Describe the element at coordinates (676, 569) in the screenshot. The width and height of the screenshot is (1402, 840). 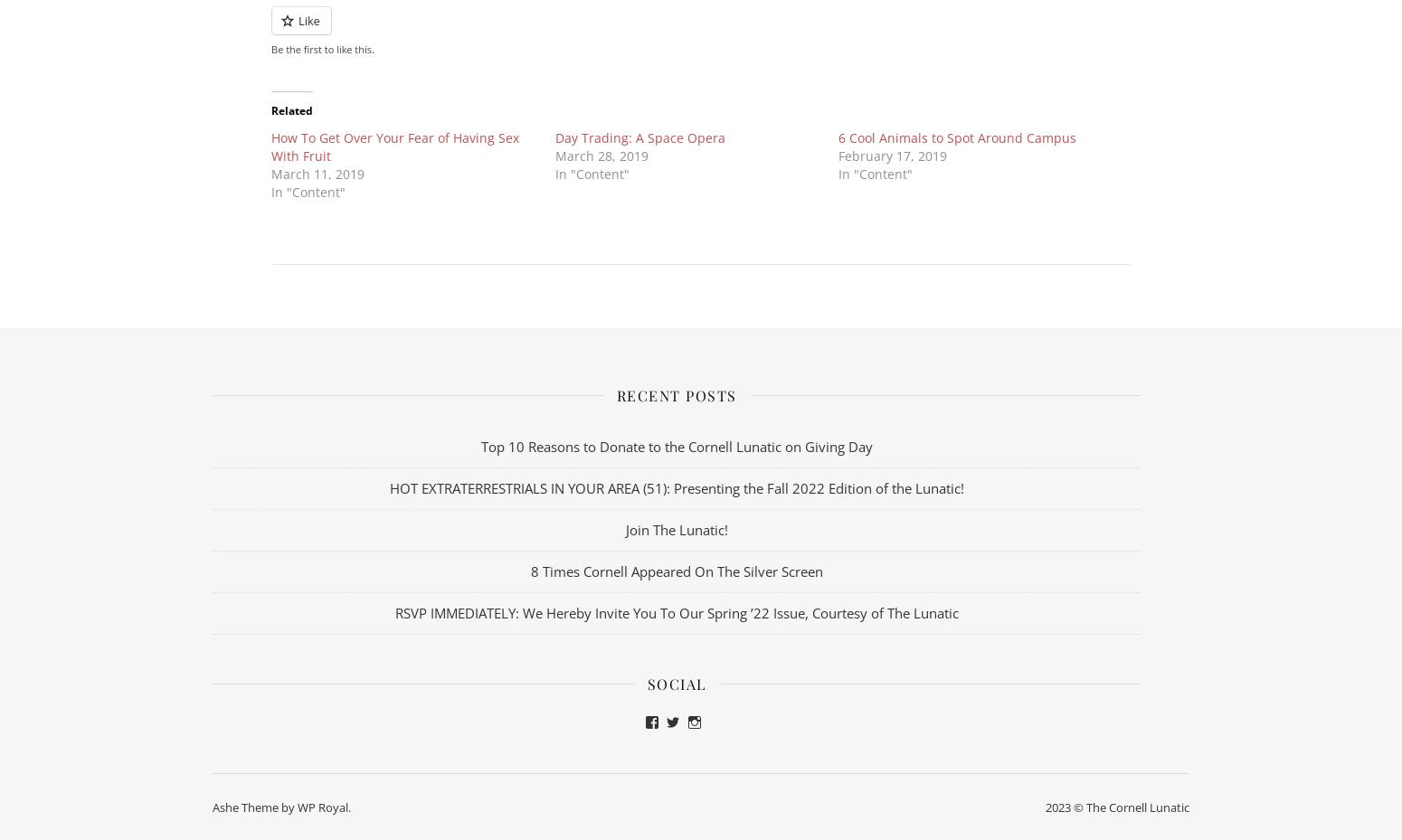
I see `'8 Times Cornell Appeared On The Silver Screen'` at that location.